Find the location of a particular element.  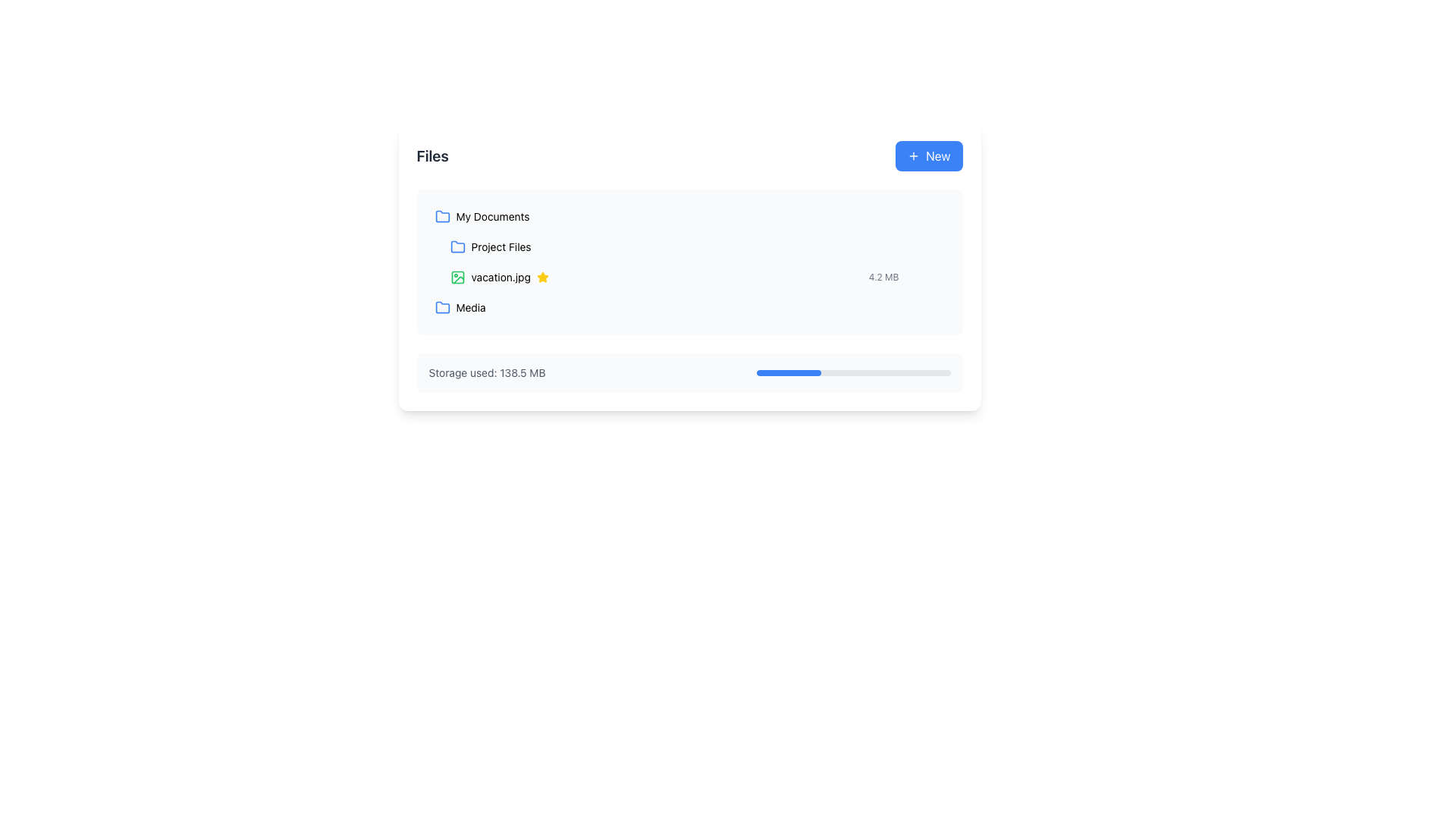

the star icon with a yellow fill and orange tint, located is located at coordinates (542, 278).